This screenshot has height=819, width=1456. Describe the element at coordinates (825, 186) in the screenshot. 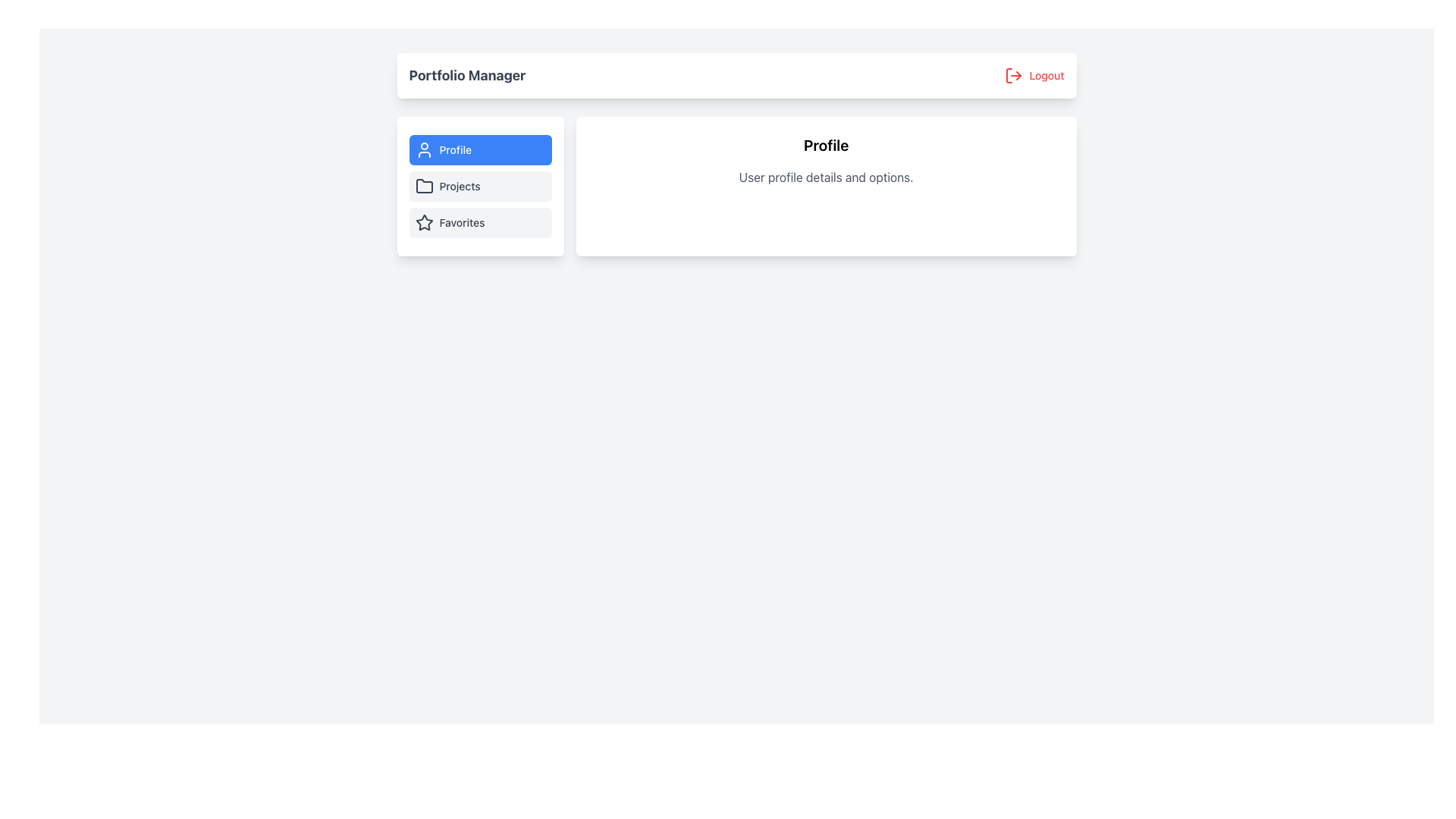

I see `the Information card that serves as a profile summary or details card, located in the main content area of the interface` at that location.